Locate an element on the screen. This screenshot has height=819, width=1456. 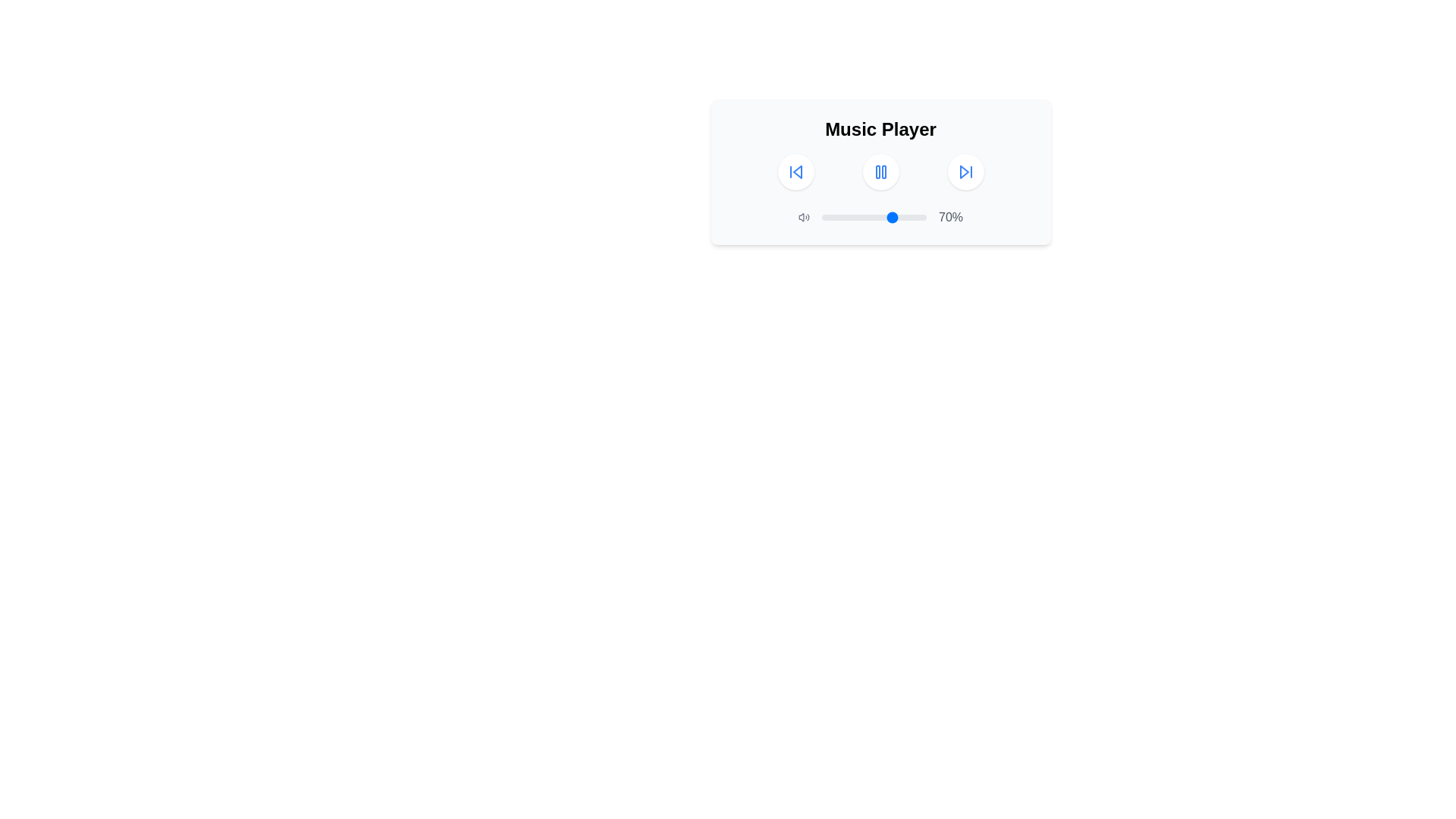
displayed text '70%' from the gray Label located to the right of the horizontal volume slider in the music playback interface is located at coordinates (949, 217).